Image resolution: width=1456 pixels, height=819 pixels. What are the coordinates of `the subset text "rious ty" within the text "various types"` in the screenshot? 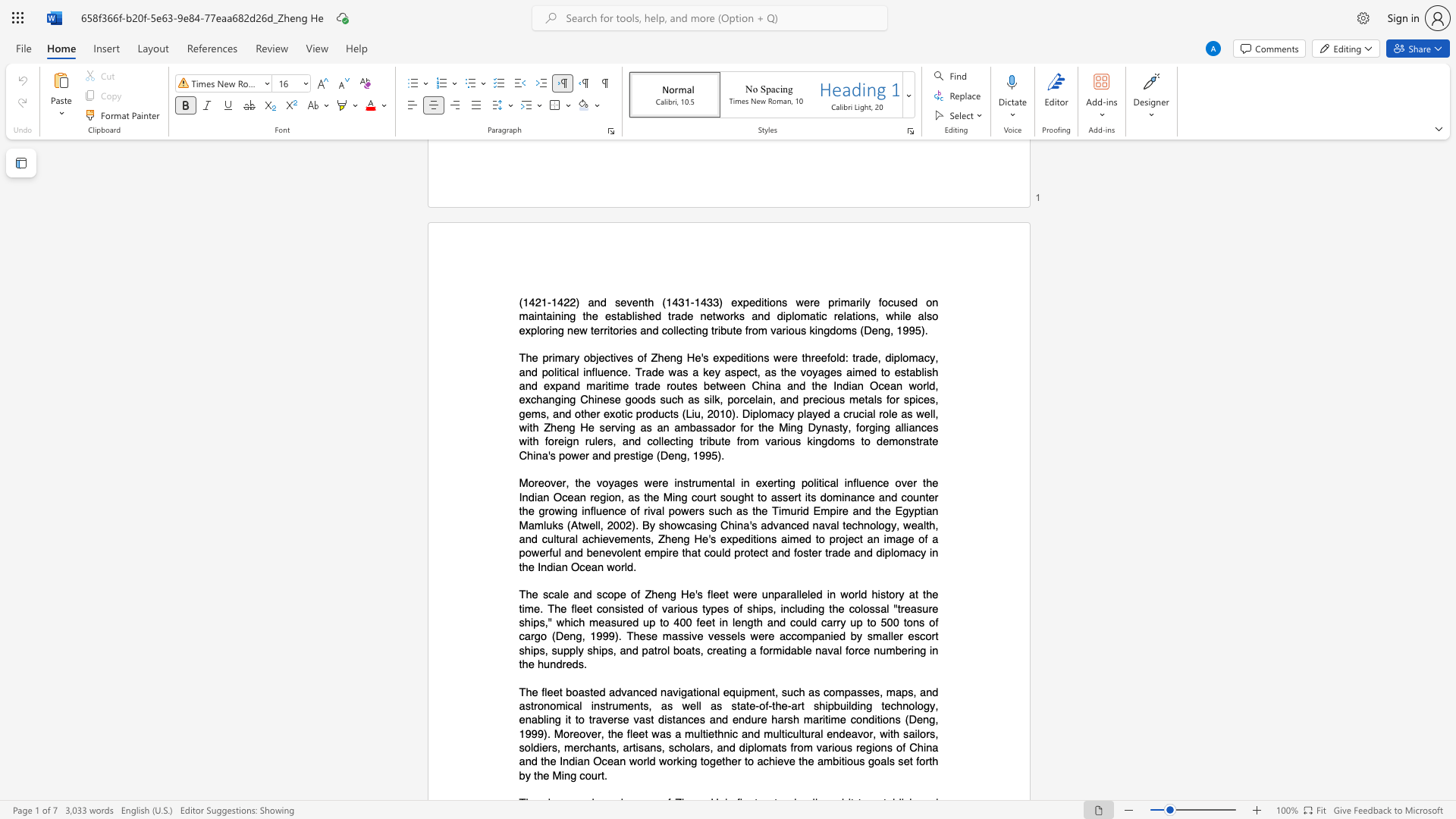 It's located at (673, 607).